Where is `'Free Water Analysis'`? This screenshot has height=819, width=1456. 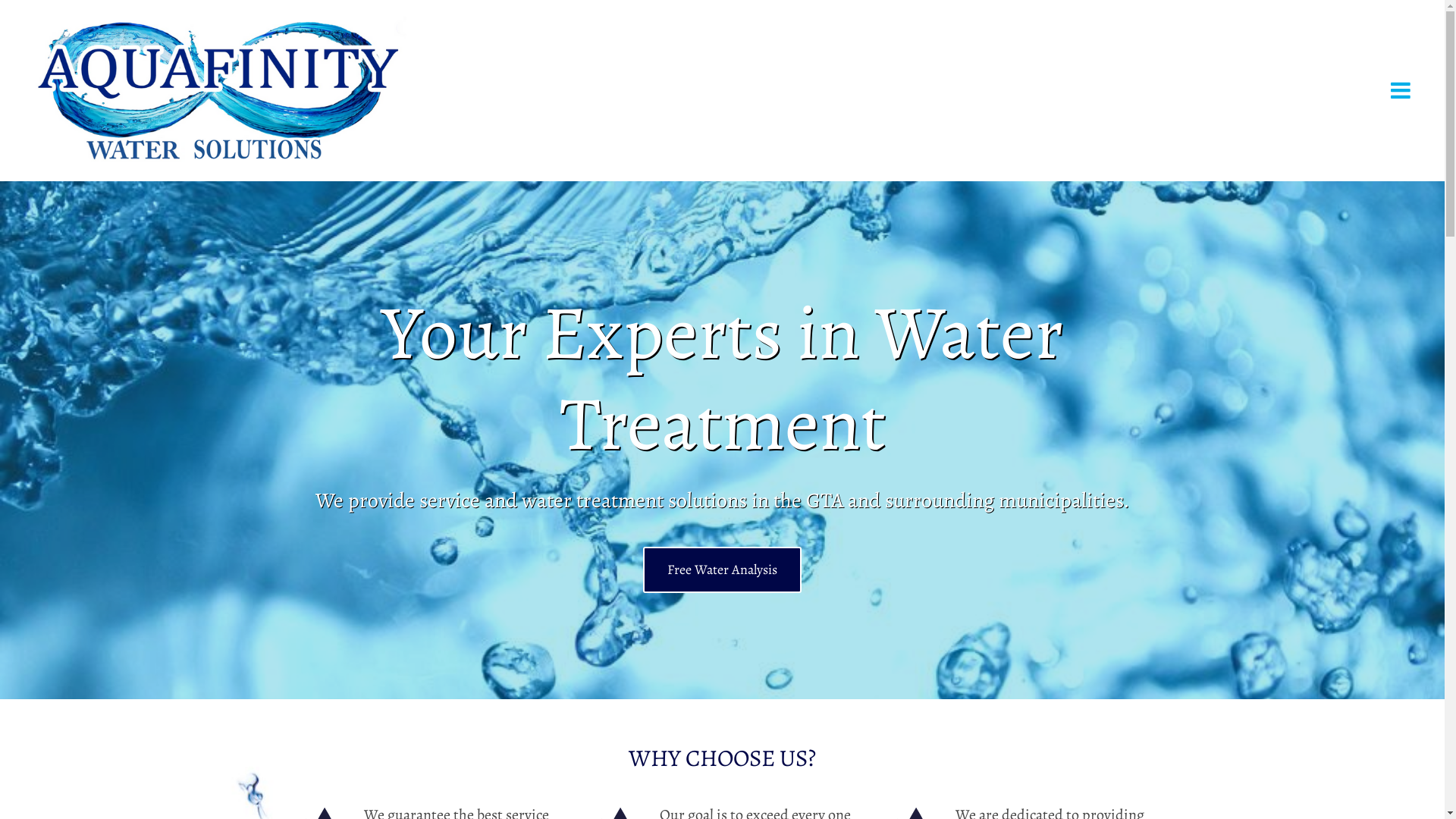 'Free Water Analysis' is located at coordinates (721, 570).